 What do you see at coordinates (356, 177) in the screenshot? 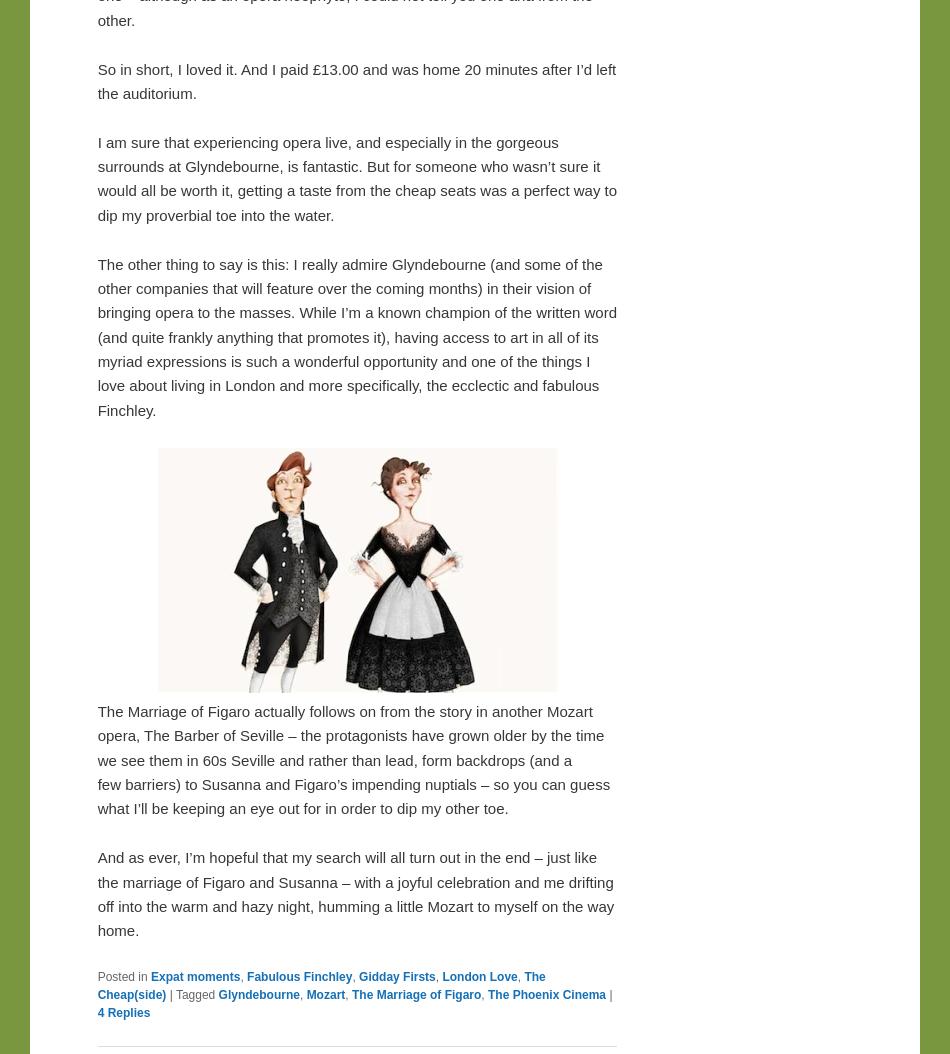
I see `'I am sure that experiencing opera live, and especially in the gorgeous surrounds at Glyndebourne, is fantastic. But for someone who wasn’t sure it would all be worth it, getting a taste from the cheap seats was a perfect way to dip my proverbial toe into the water.'` at bounding box center [356, 177].